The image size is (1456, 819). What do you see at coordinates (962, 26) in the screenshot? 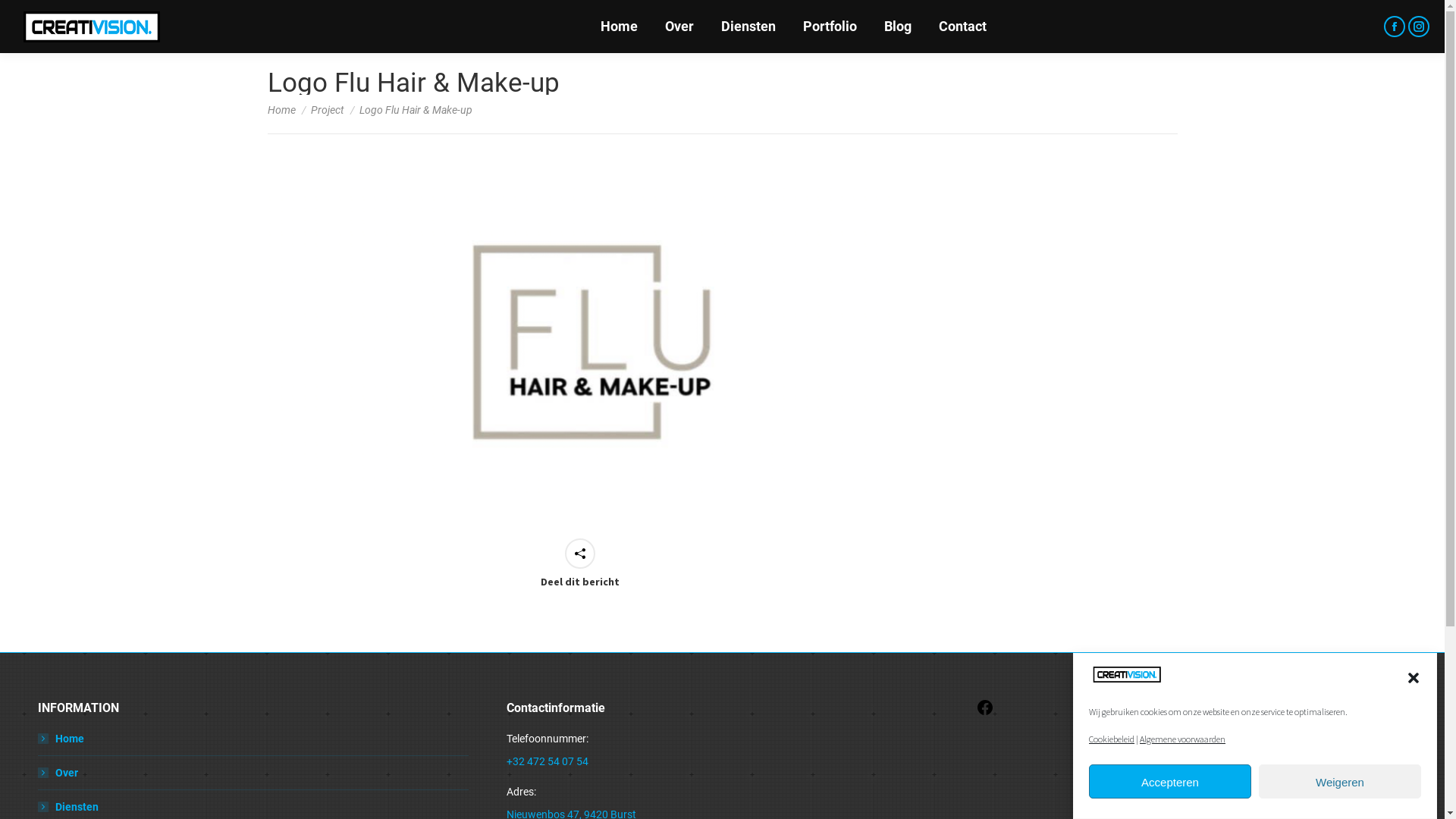
I see `'Contact'` at bounding box center [962, 26].